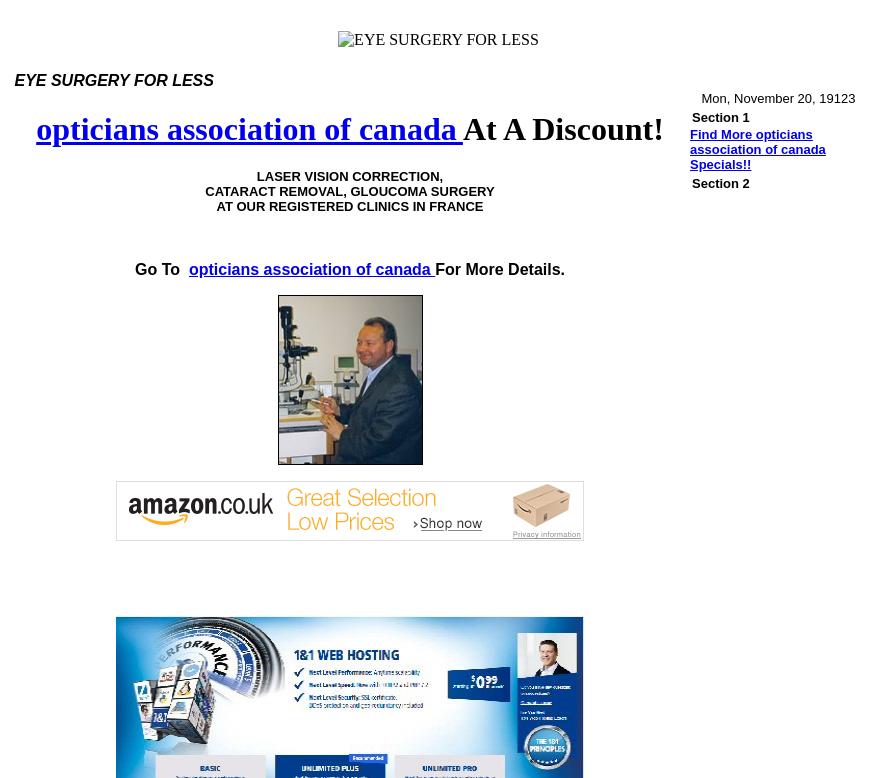 The image size is (869, 778). Describe the element at coordinates (156, 269) in the screenshot. I see `'Go To'` at that location.